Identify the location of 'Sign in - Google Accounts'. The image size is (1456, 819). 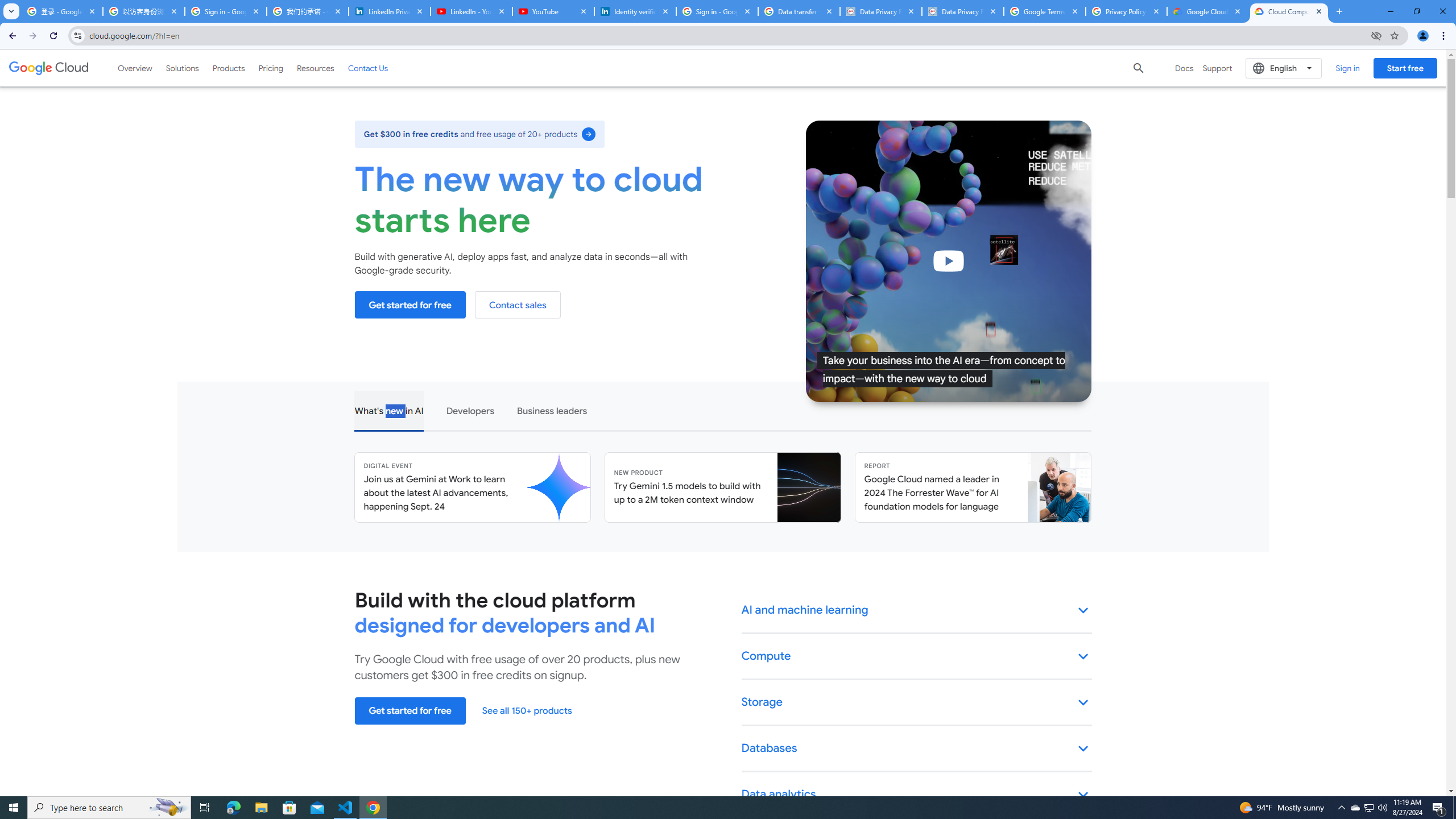
(225, 11).